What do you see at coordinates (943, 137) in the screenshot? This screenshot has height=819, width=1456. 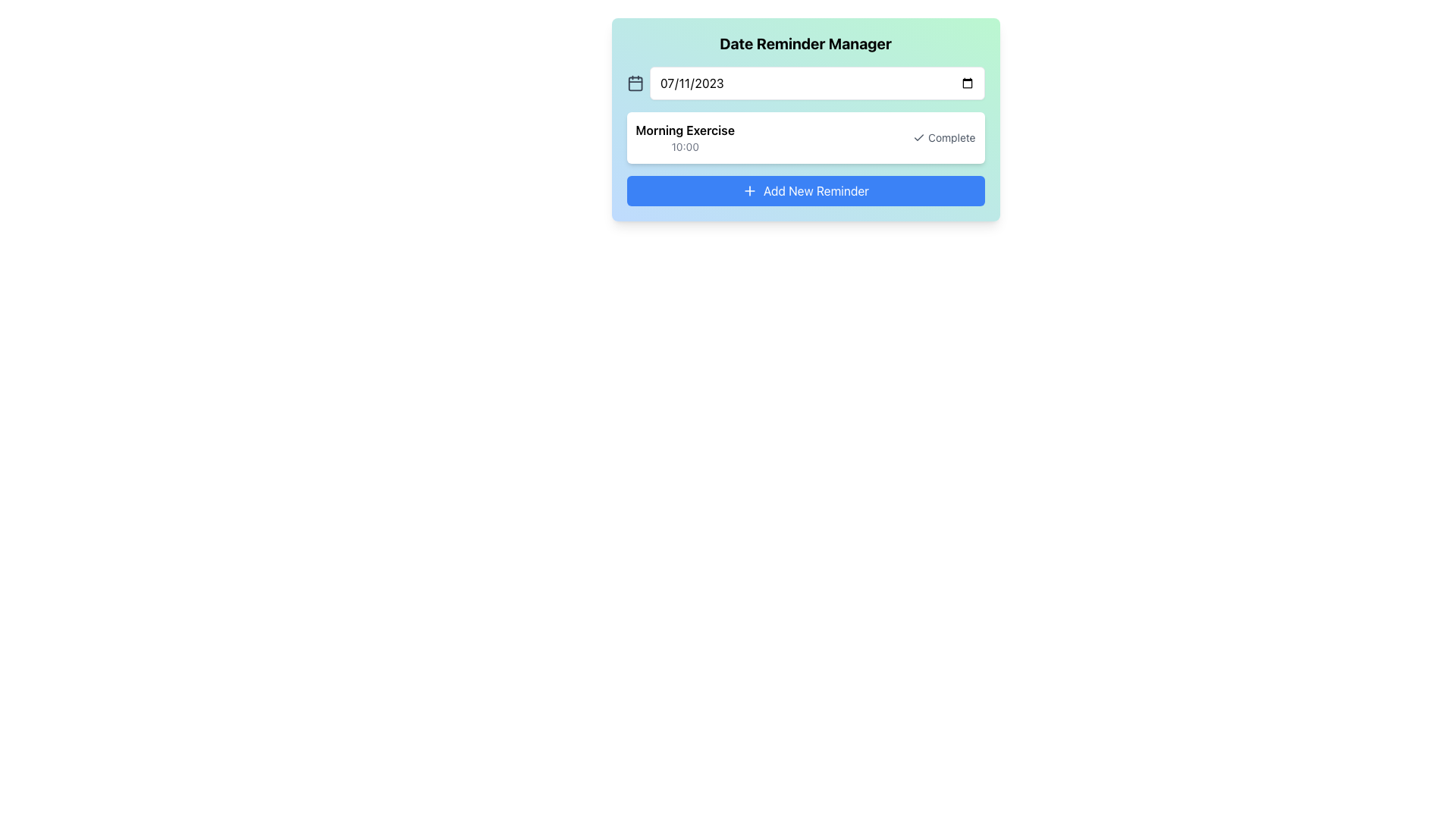 I see `the 'Complete' button with a checkmark icon to mark the task as complete` at bounding box center [943, 137].